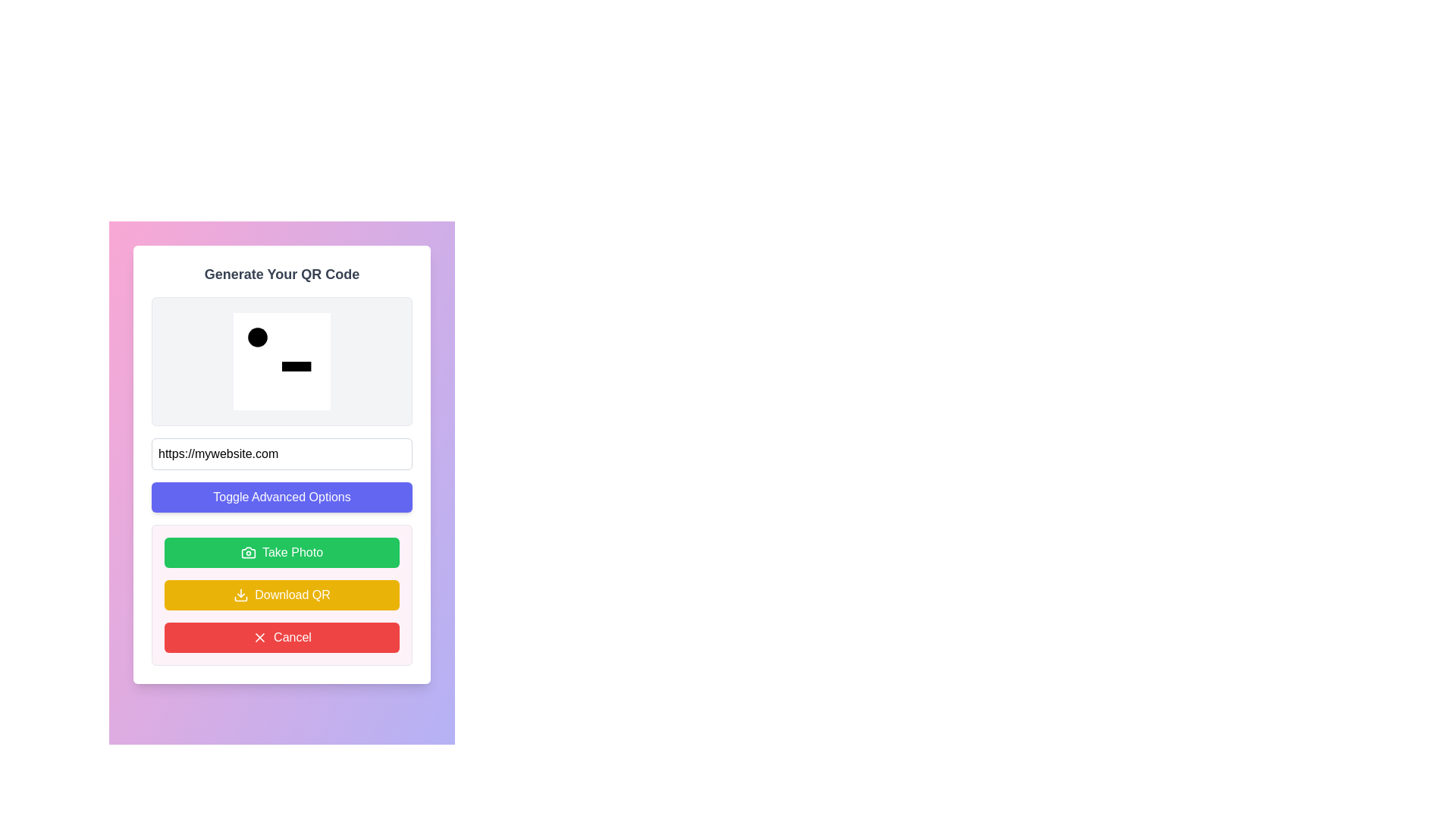  What do you see at coordinates (248, 553) in the screenshot?
I see `the camera icon located near the bottom section of the interface` at bounding box center [248, 553].